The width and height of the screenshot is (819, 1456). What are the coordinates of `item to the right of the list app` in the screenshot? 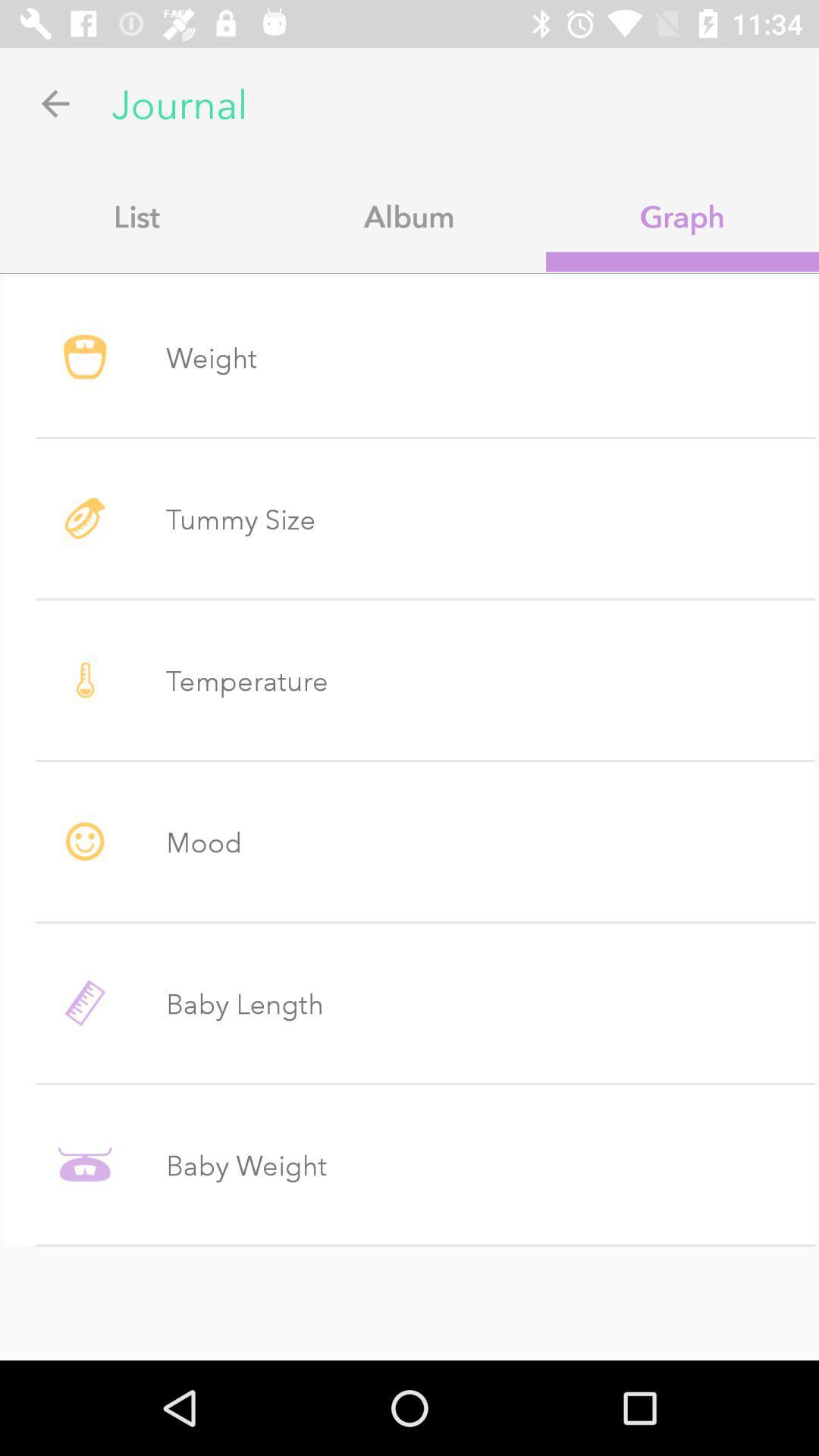 It's located at (409, 215).